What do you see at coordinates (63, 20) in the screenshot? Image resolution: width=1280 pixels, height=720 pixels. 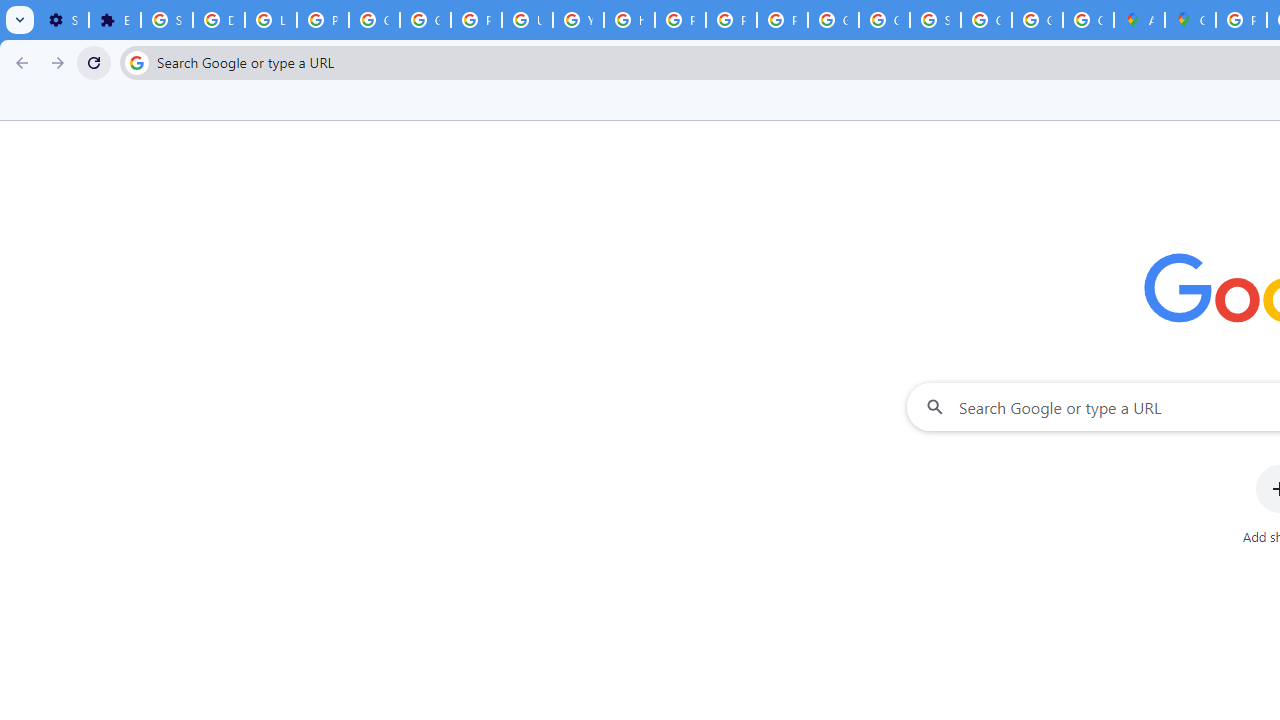 I see `'Settings - On startup'` at bounding box center [63, 20].